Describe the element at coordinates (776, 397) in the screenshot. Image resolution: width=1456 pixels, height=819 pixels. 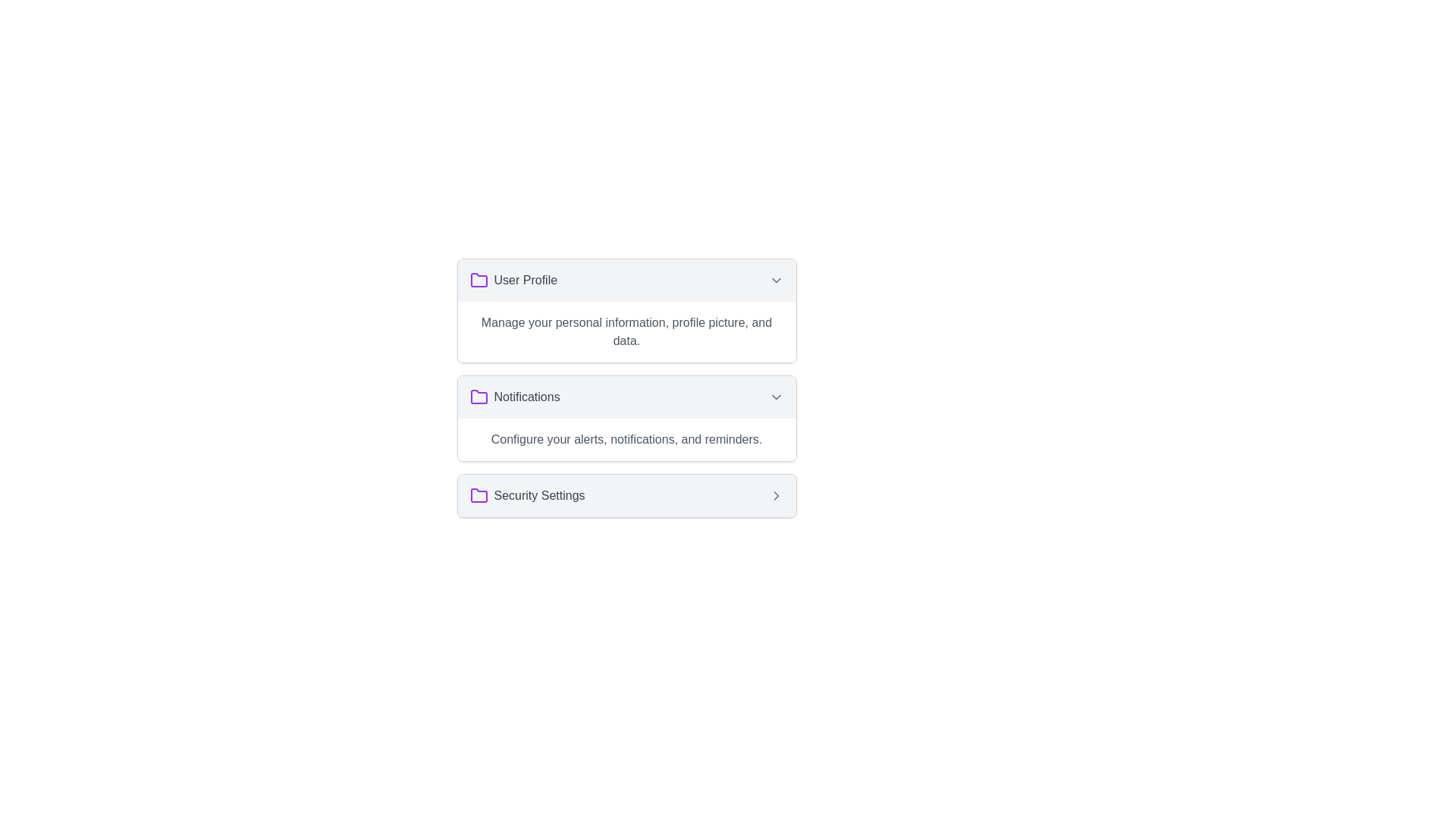
I see `the downward-facing chevron icon on the right side of the 'Notifications' section` at that location.